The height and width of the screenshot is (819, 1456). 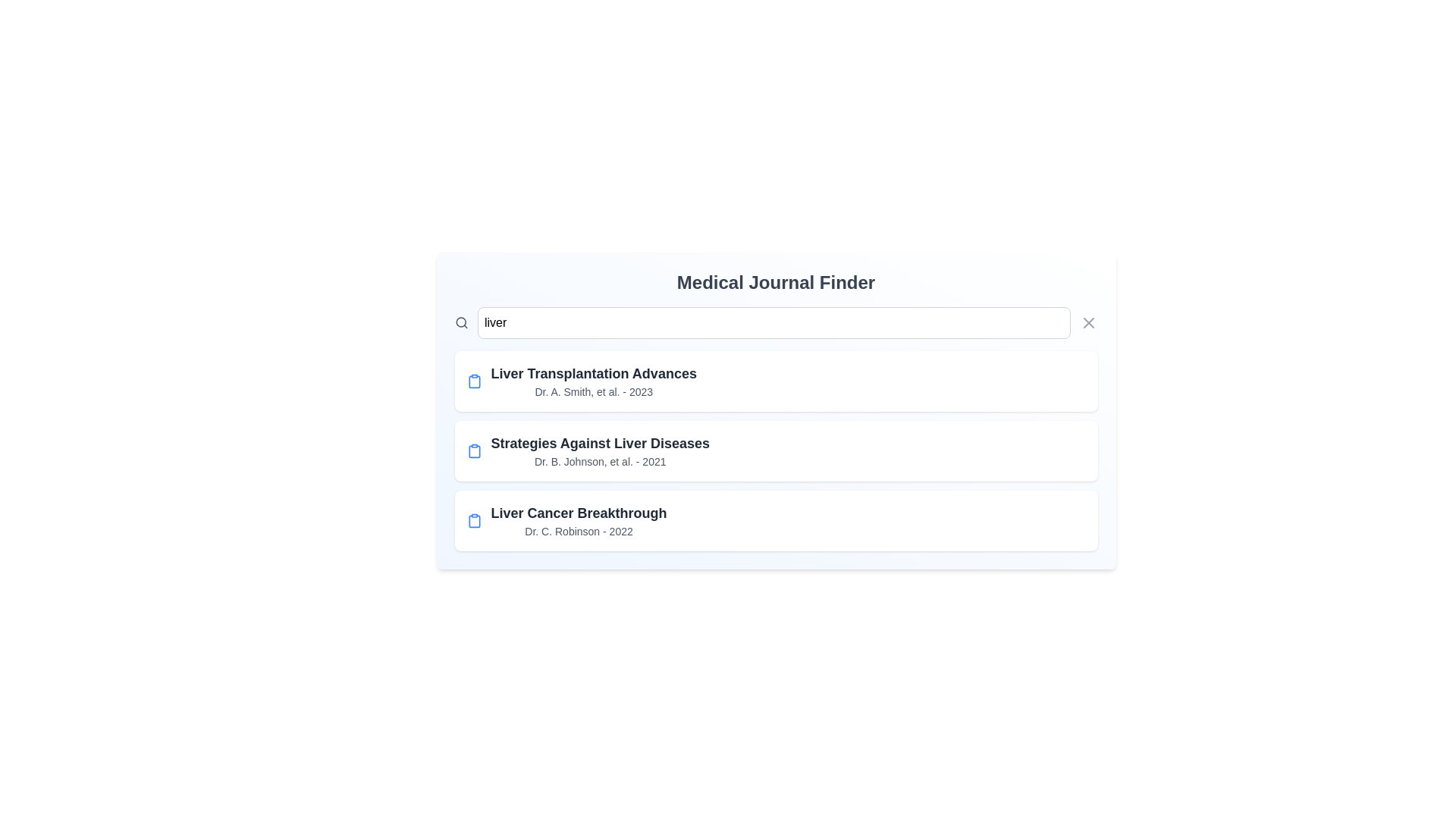 I want to click on the text block titled 'Liver Cancer Breakthrough', so click(x=578, y=519).